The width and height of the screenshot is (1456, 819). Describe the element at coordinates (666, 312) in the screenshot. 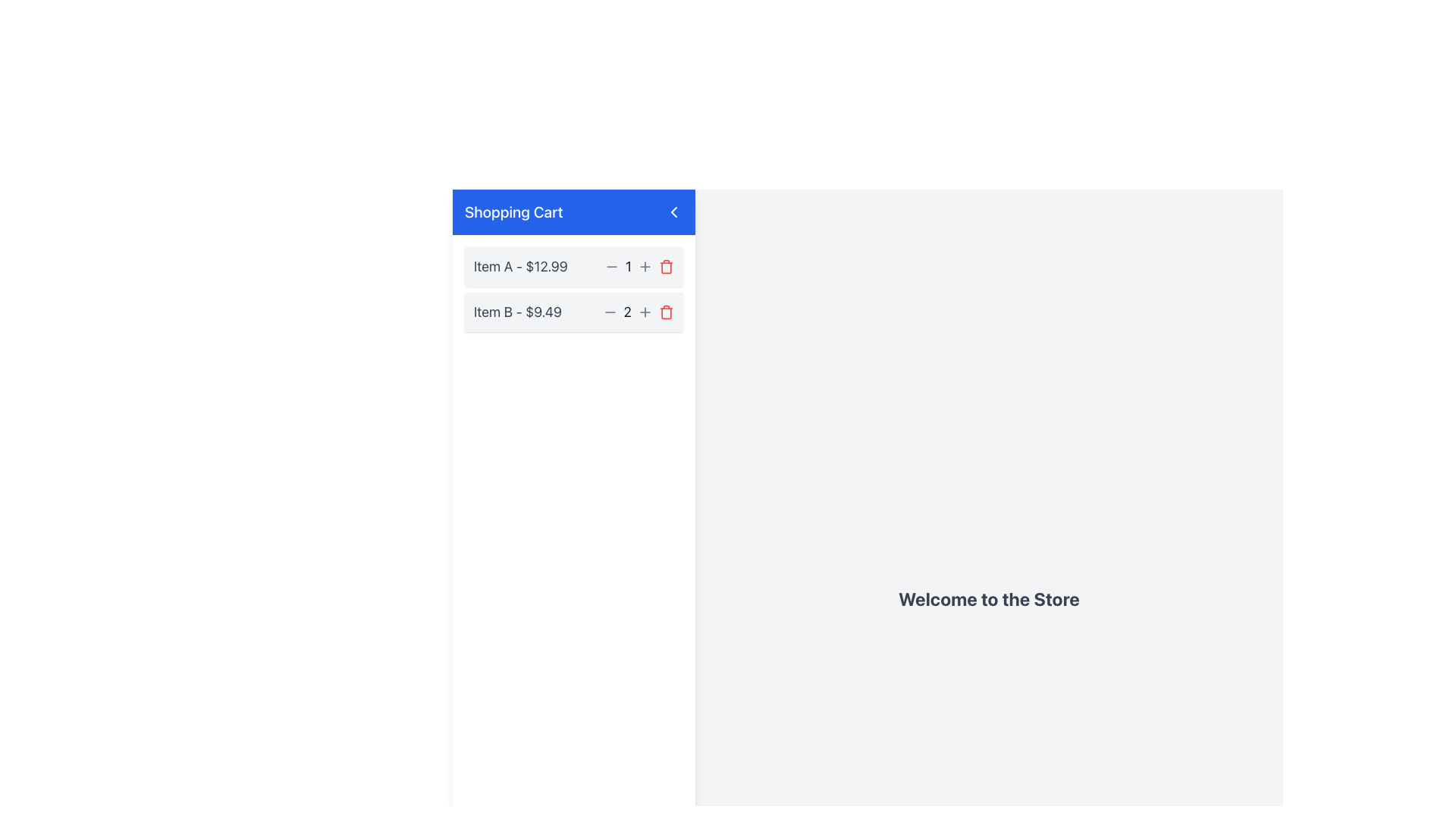

I see `the trash can icon located near the right edge of the shopping cart item for 'Item B' to initiate a delete action` at that location.